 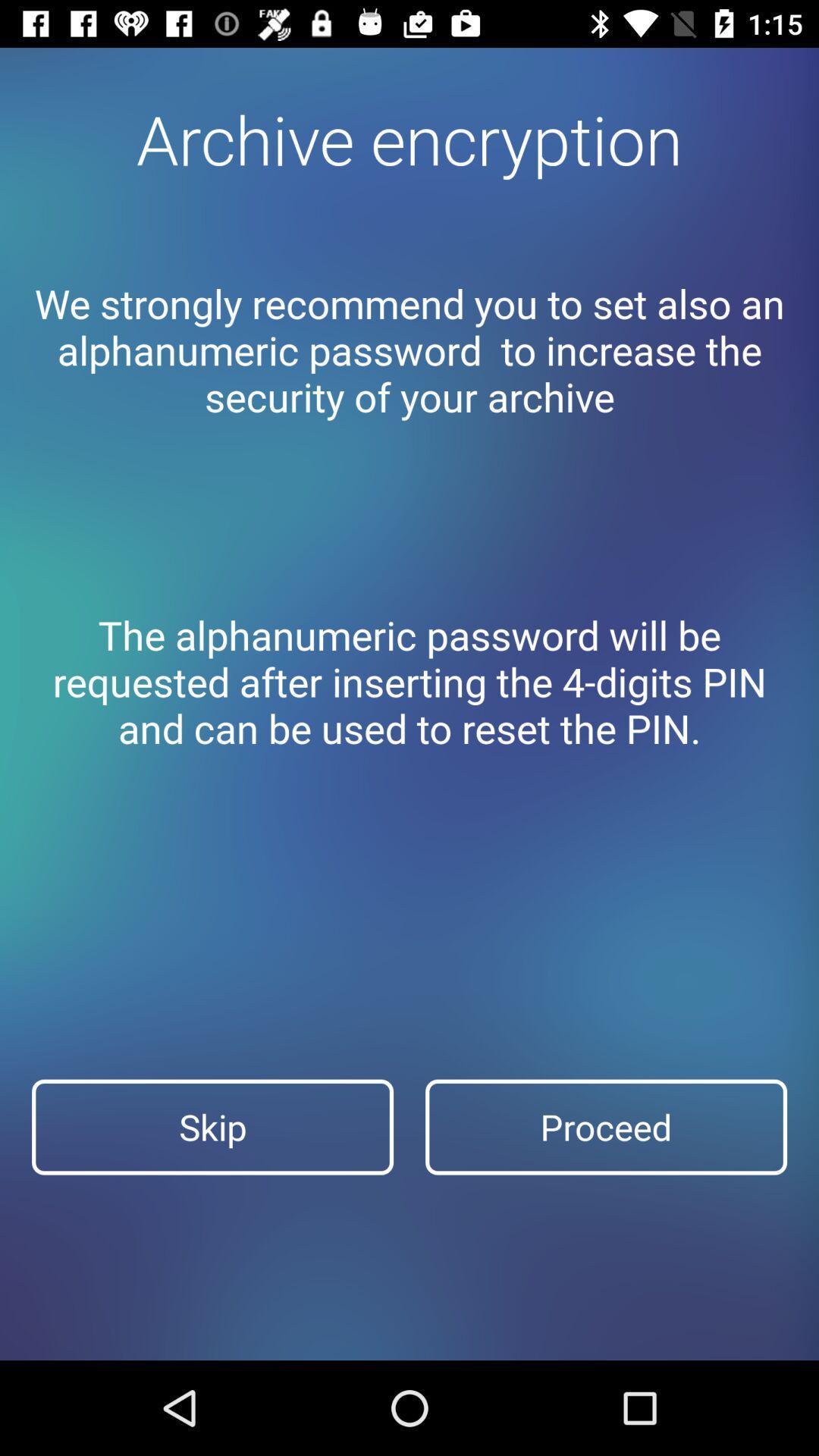 I want to click on the icon below the alphanumeric password item, so click(x=212, y=1127).